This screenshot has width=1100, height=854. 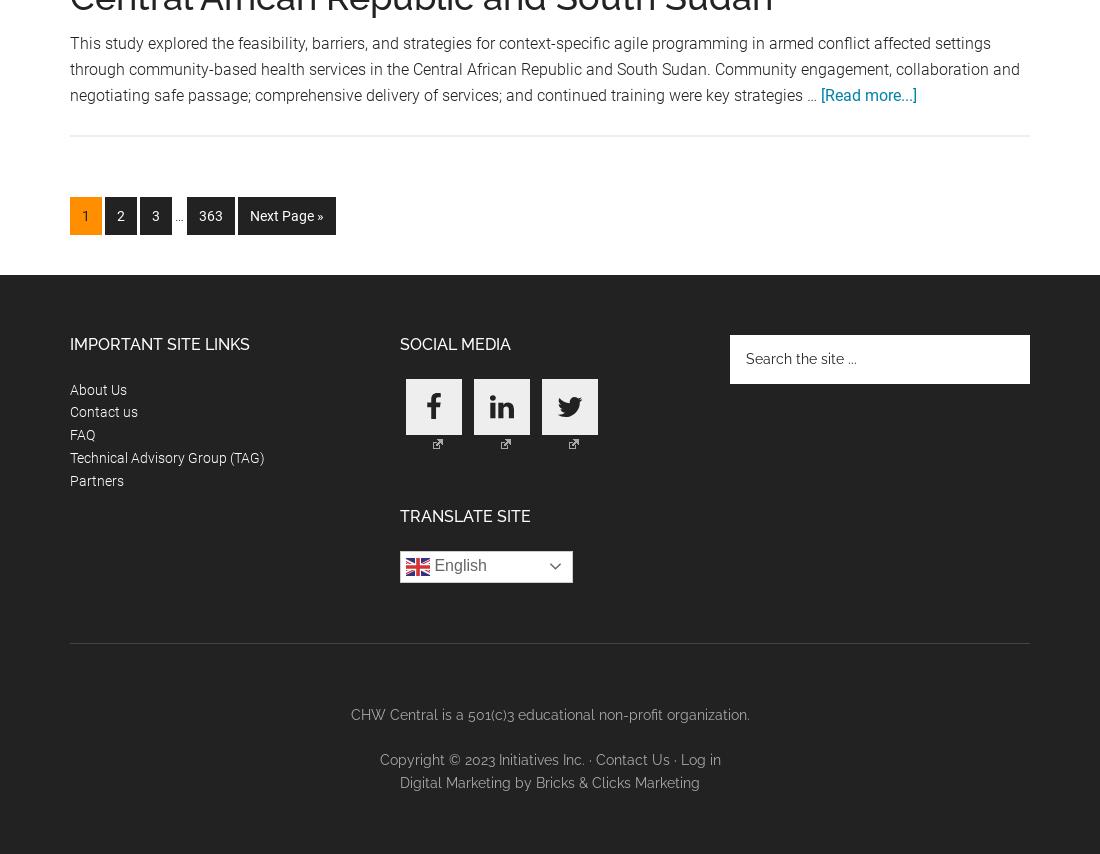 What do you see at coordinates (550, 782) in the screenshot?
I see `'Digital Marketing by Bricks & Clicks Marketing'` at bounding box center [550, 782].